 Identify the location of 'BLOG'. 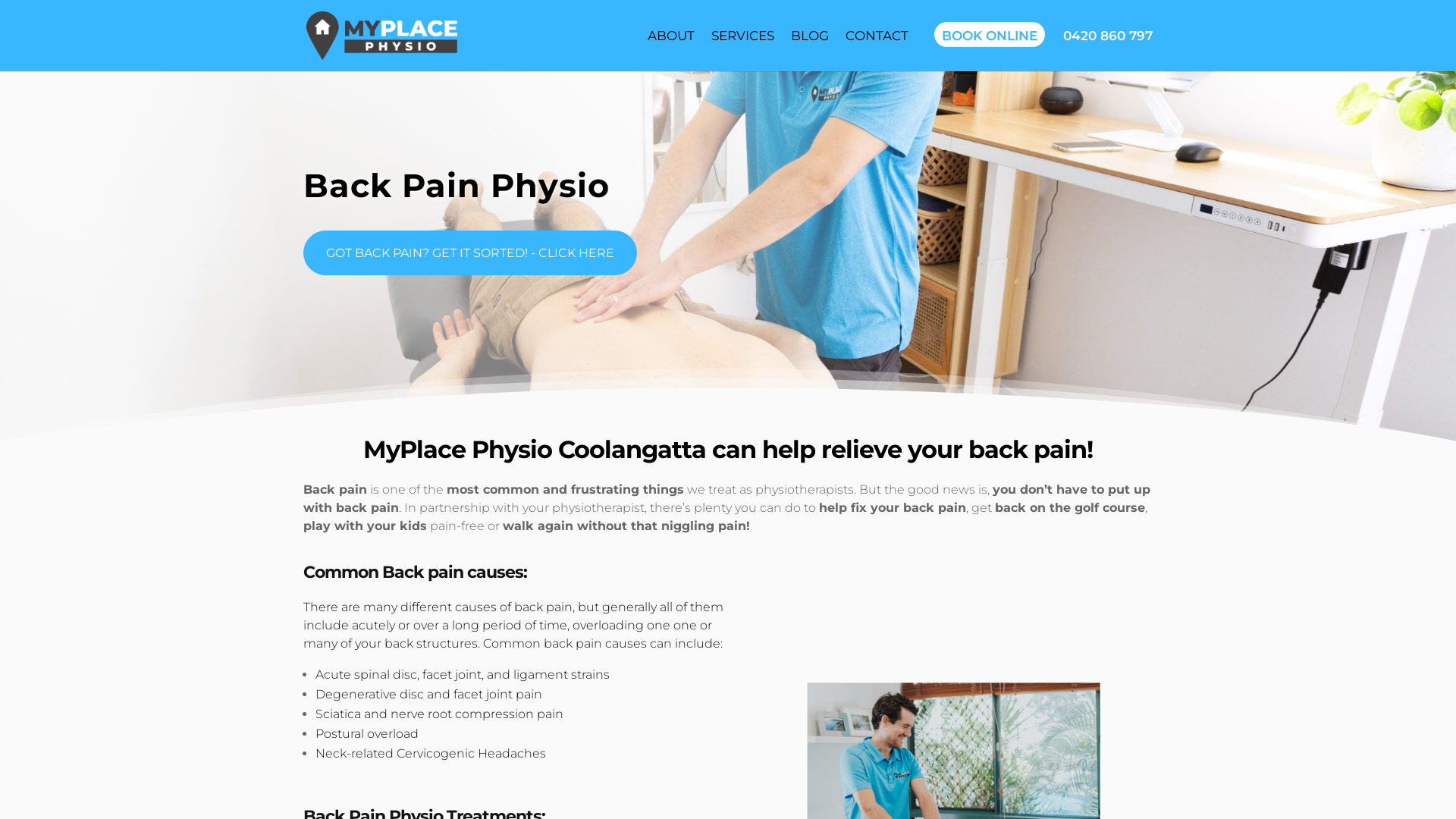
(808, 34).